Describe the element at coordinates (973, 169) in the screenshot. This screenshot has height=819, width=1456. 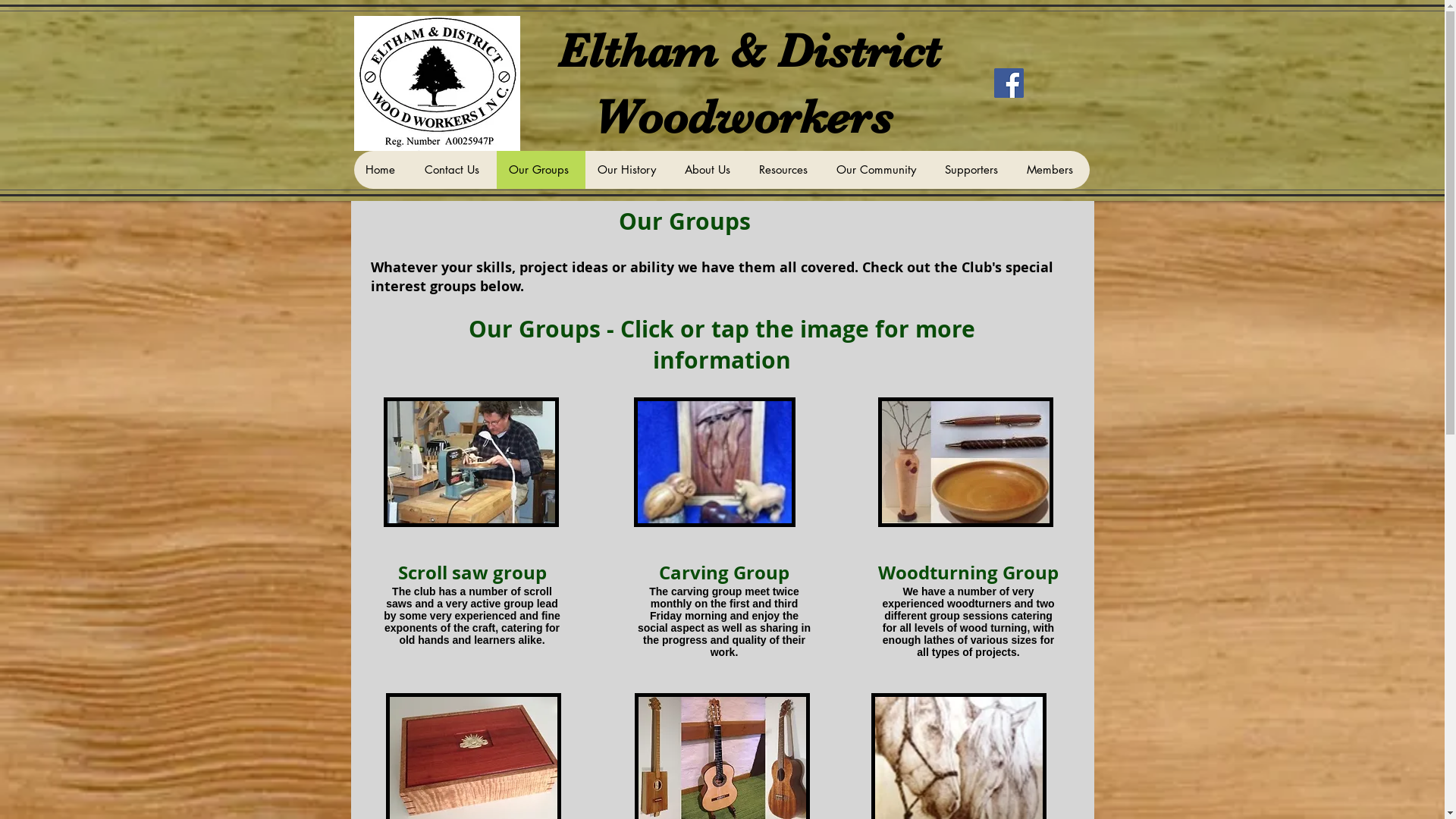
I see `'Supporters'` at that location.